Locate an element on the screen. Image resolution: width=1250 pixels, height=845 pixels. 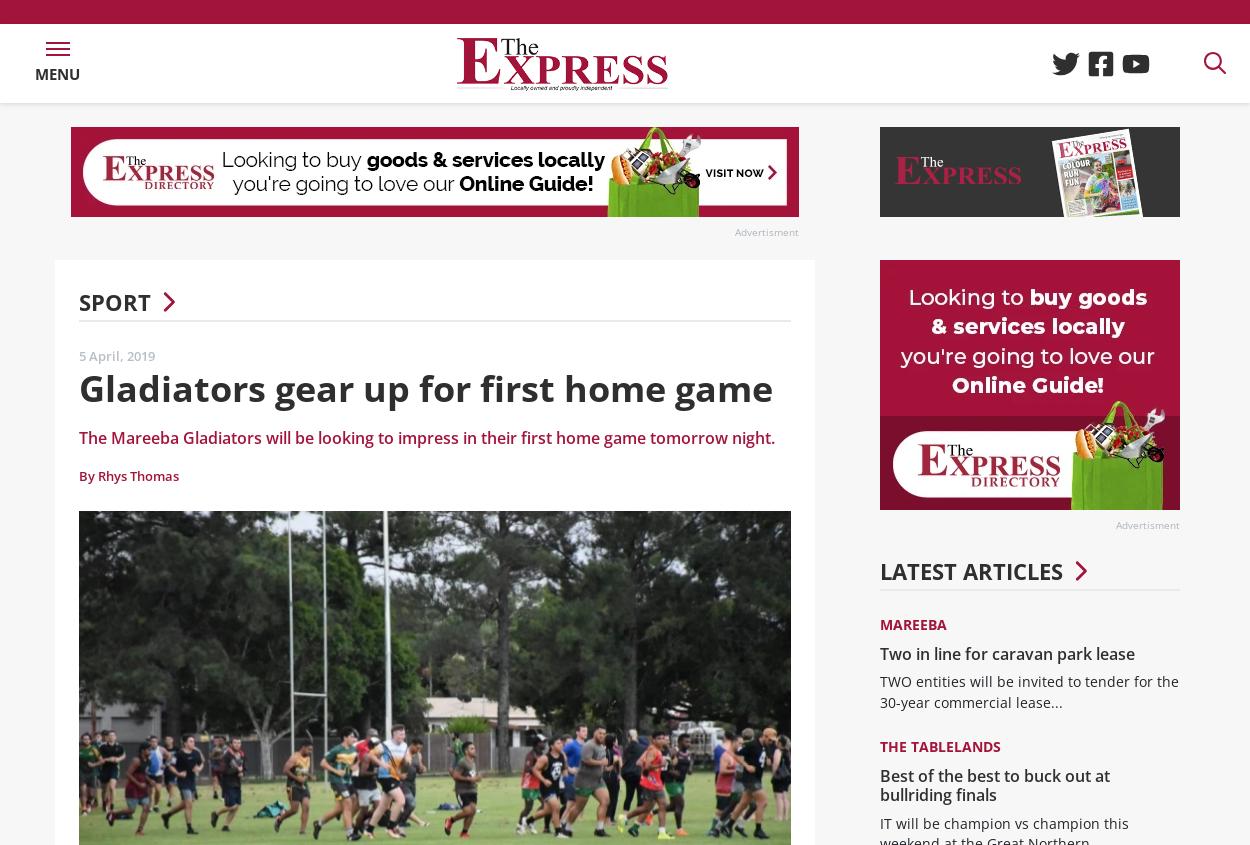
'5 April, 2019' is located at coordinates (116, 370).